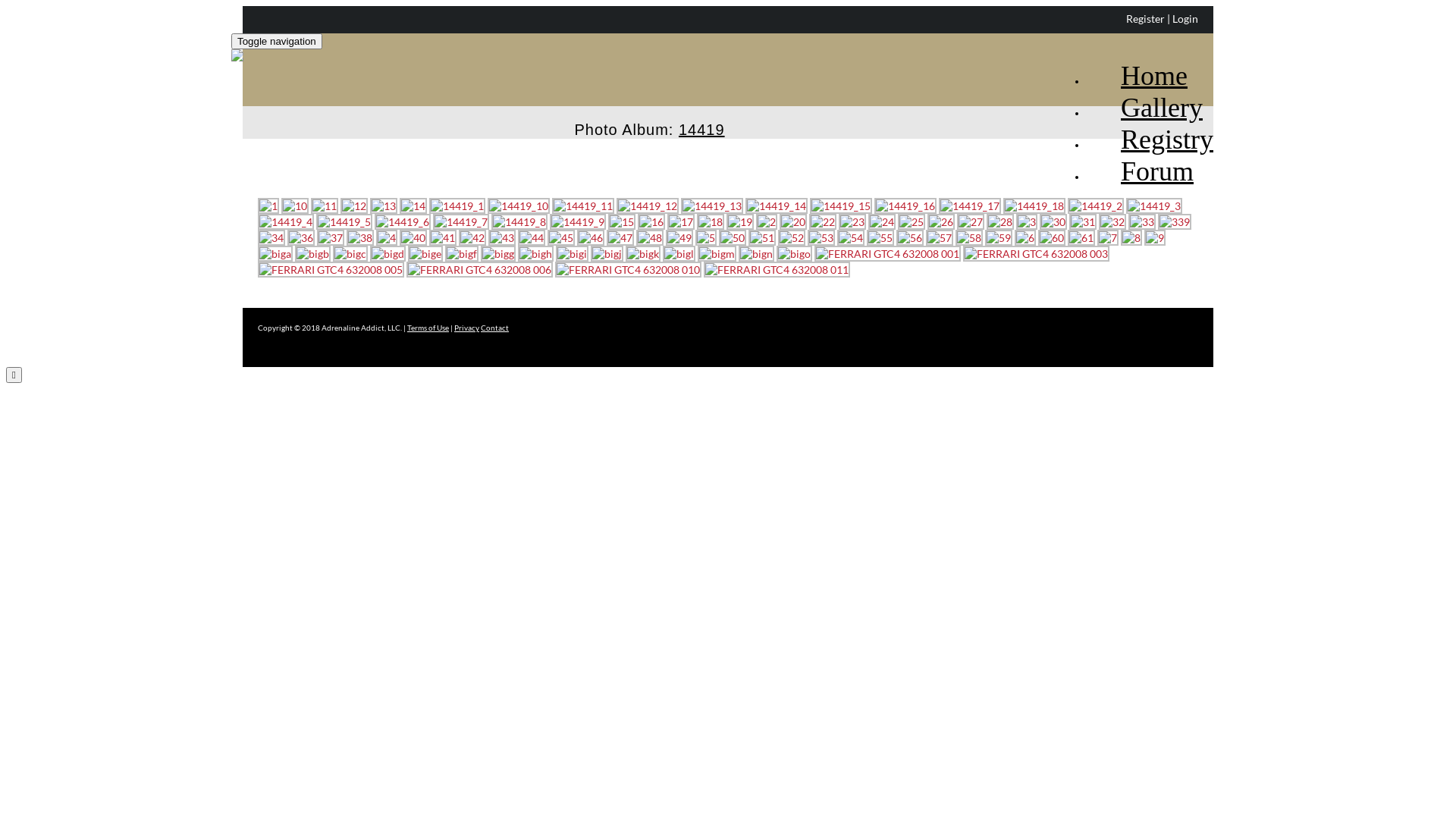 The height and width of the screenshot is (819, 1456). Describe the element at coordinates (739, 253) in the screenshot. I see `'bign (click to enlarge)'` at that location.